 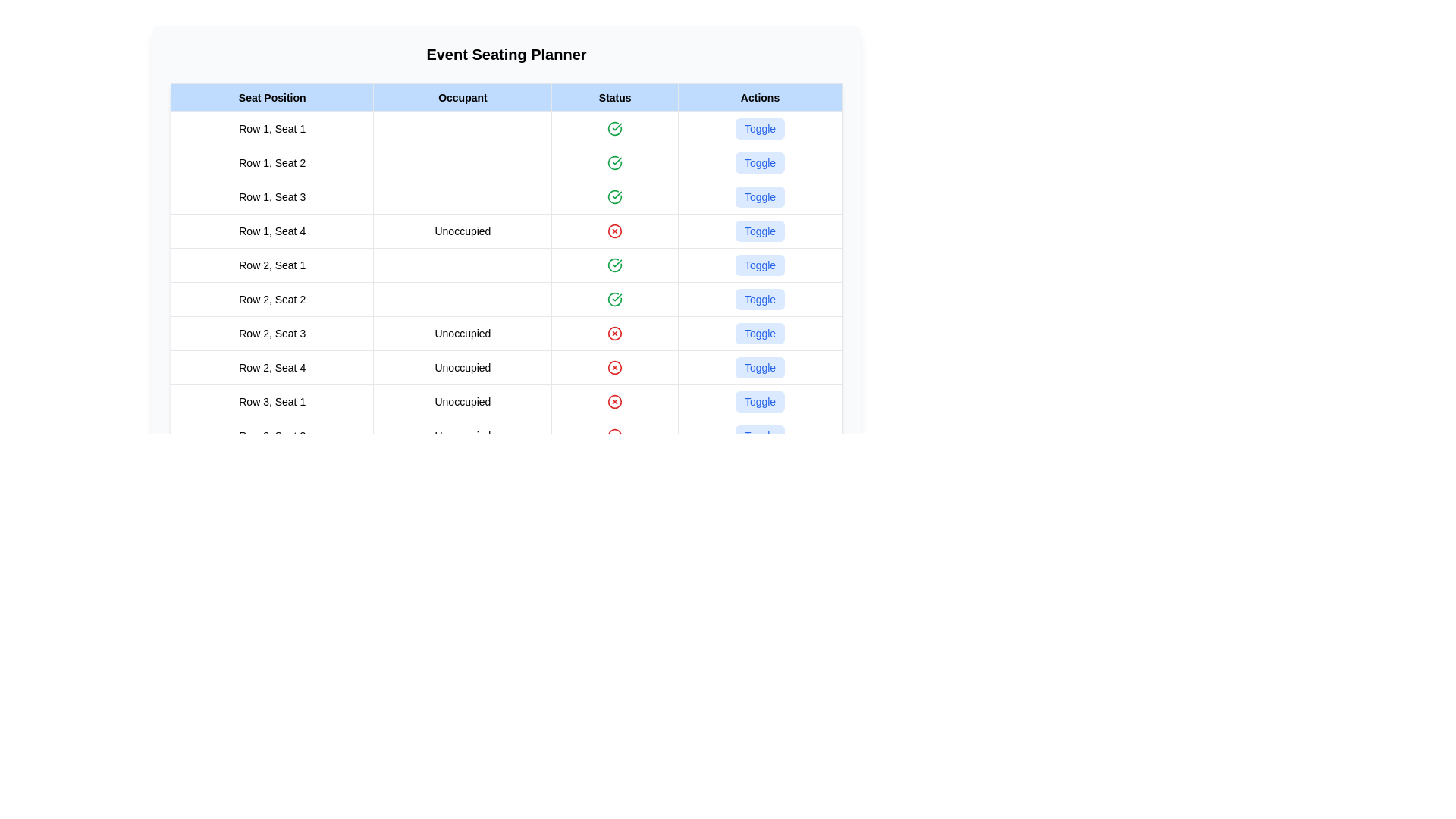 What do you see at coordinates (615, 97) in the screenshot?
I see `the 'Status' Table Header, which is the third cell in the header row of the table, styled with bold black text on a light blue background` at bounding box center [615, 97].